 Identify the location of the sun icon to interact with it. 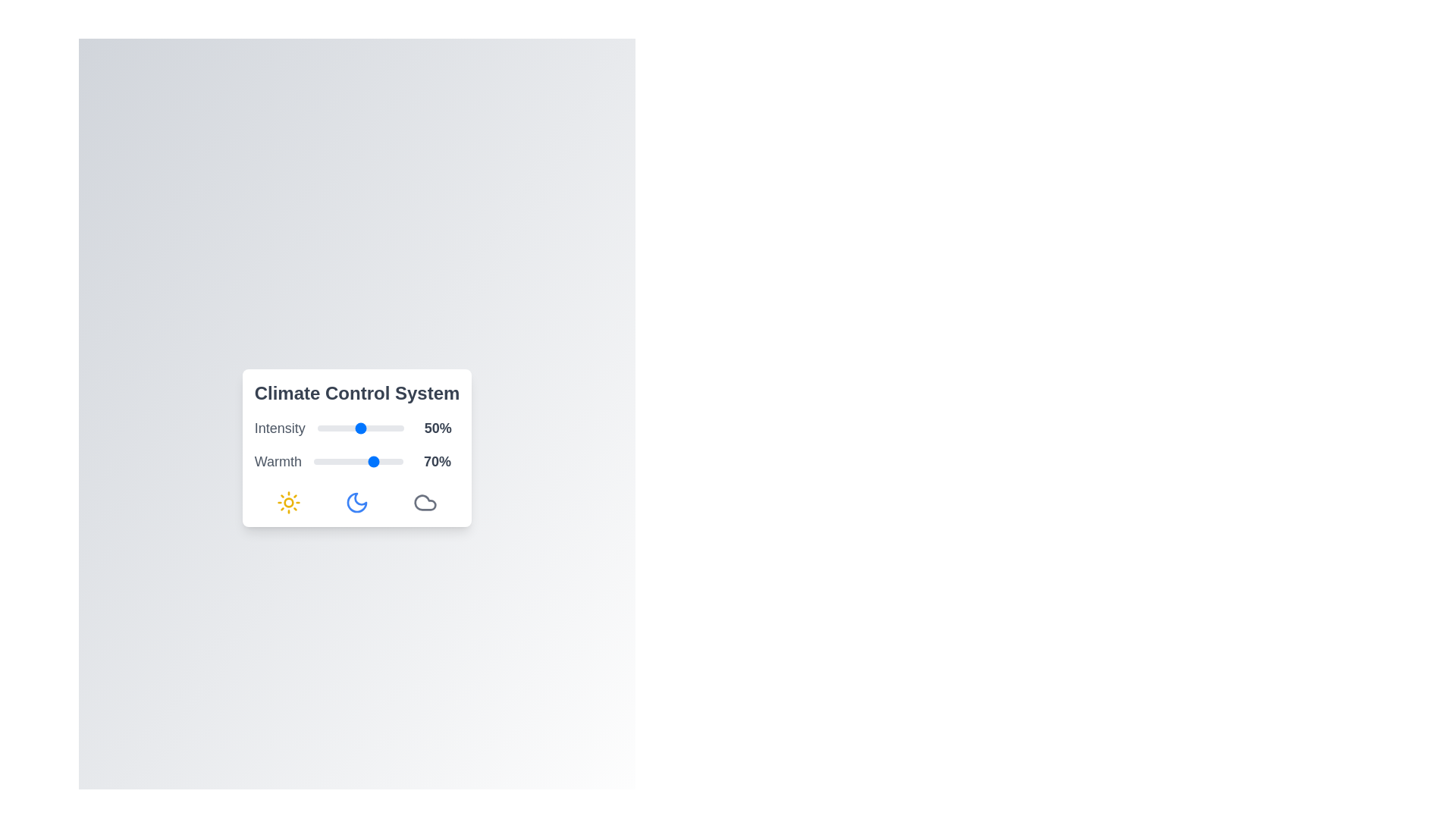
(288, 503).